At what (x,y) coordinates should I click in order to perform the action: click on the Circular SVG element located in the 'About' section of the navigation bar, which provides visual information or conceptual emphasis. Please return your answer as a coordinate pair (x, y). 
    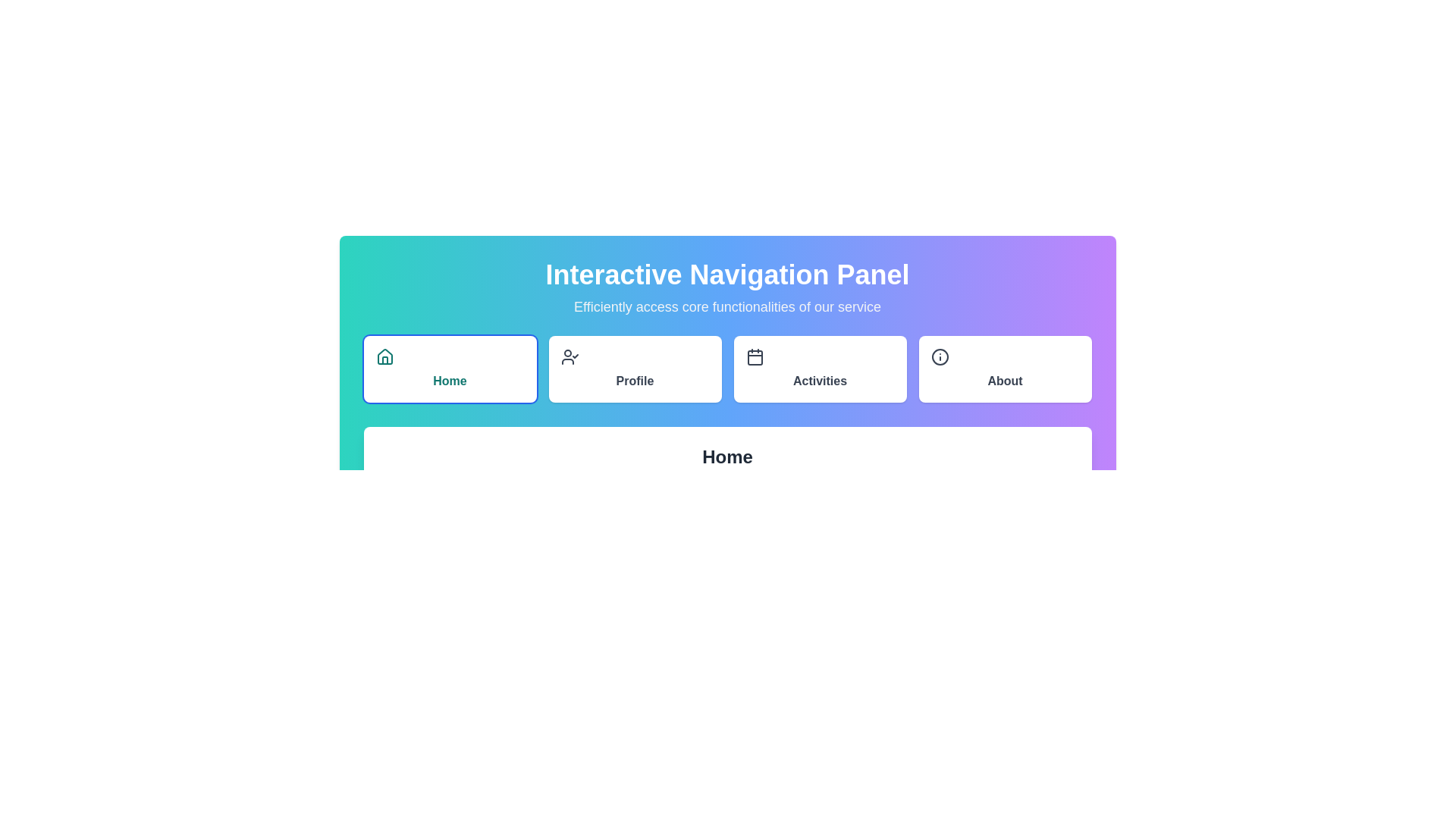
    Looking at the image, I should click on (939, 356).